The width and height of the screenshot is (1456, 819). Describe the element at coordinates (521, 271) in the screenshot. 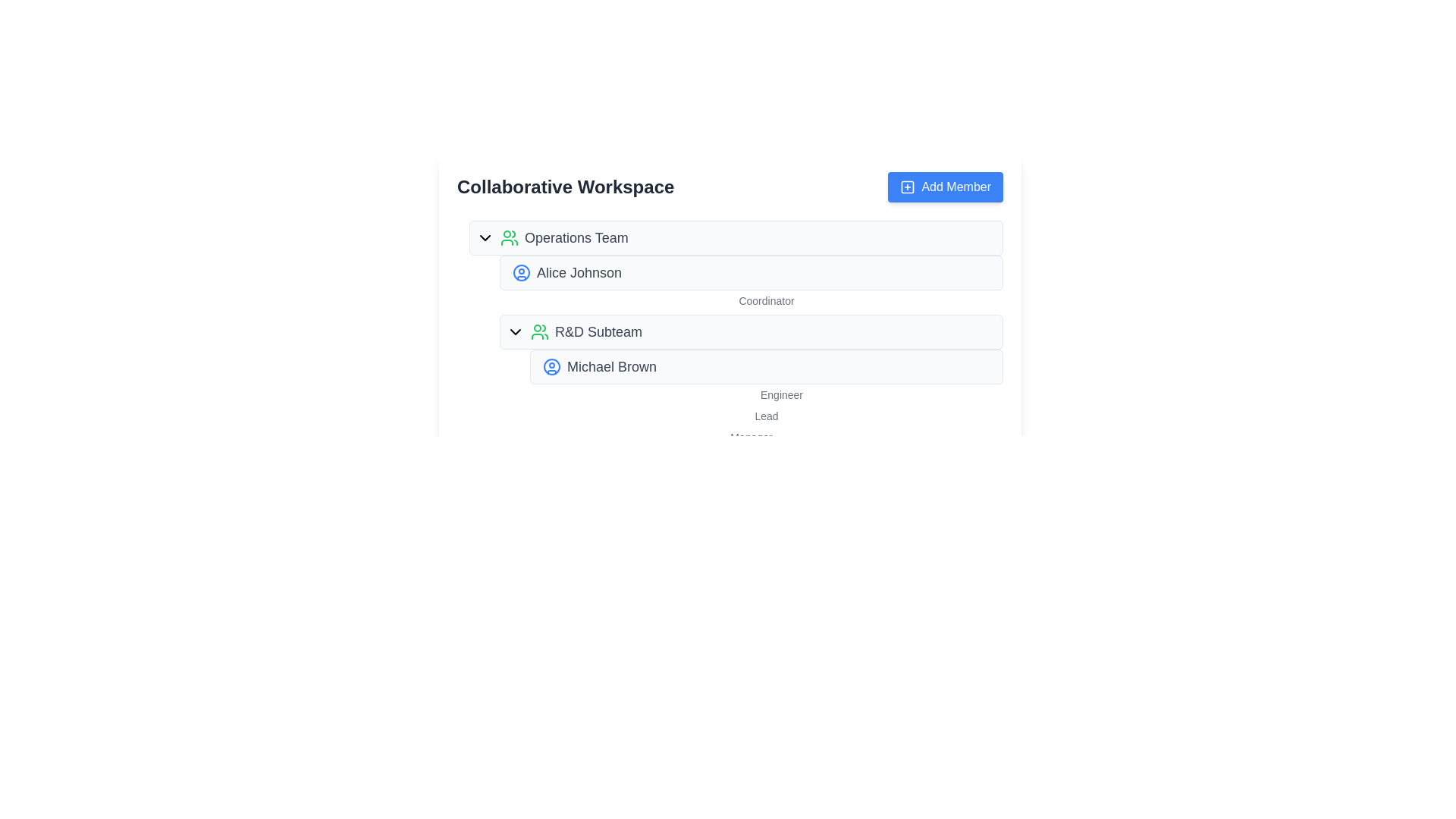

I see `the user represented` at that location.